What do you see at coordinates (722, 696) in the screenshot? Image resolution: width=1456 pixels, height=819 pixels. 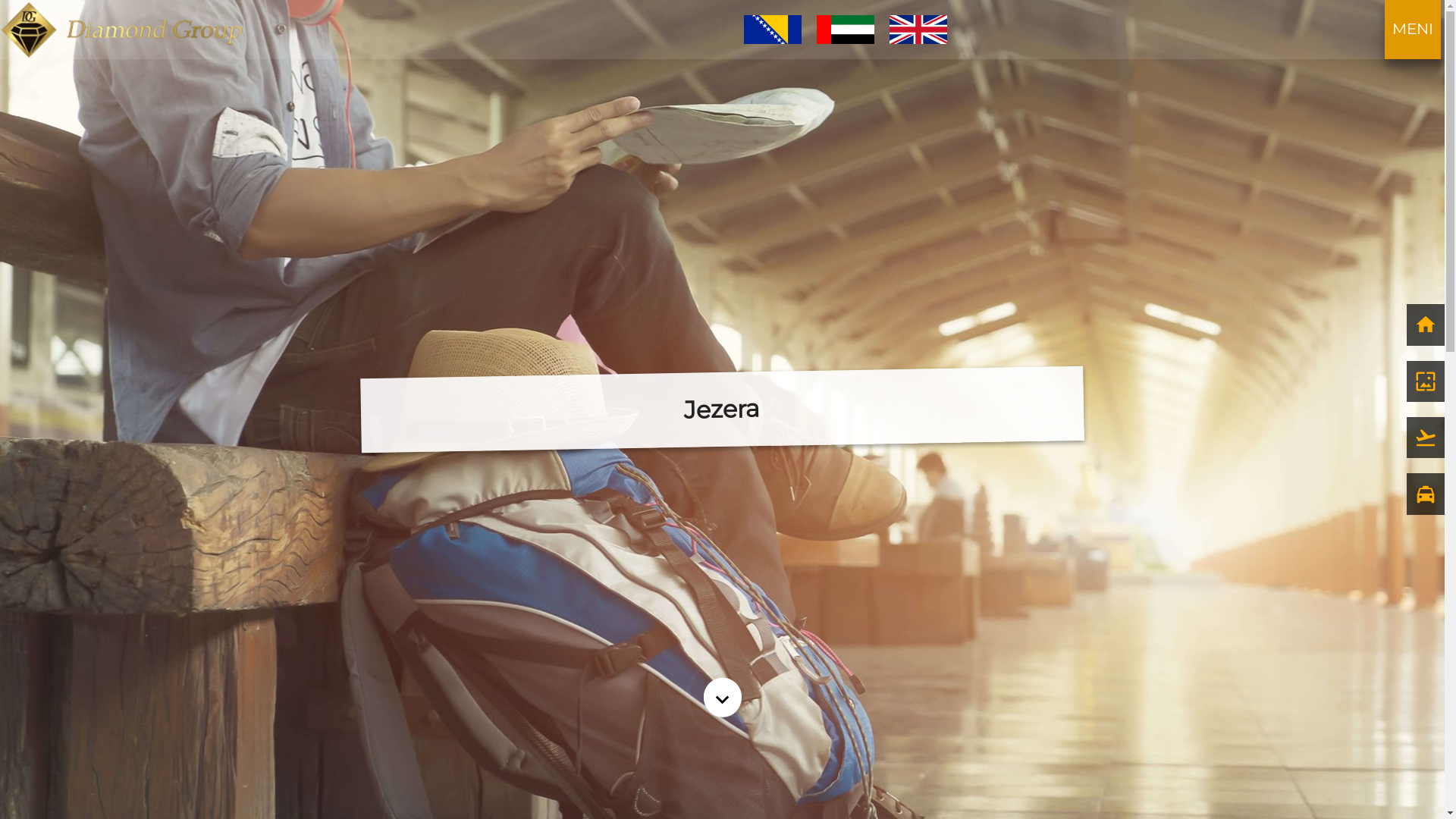 I see `'expand_more'` at bounding box center [722, 696].